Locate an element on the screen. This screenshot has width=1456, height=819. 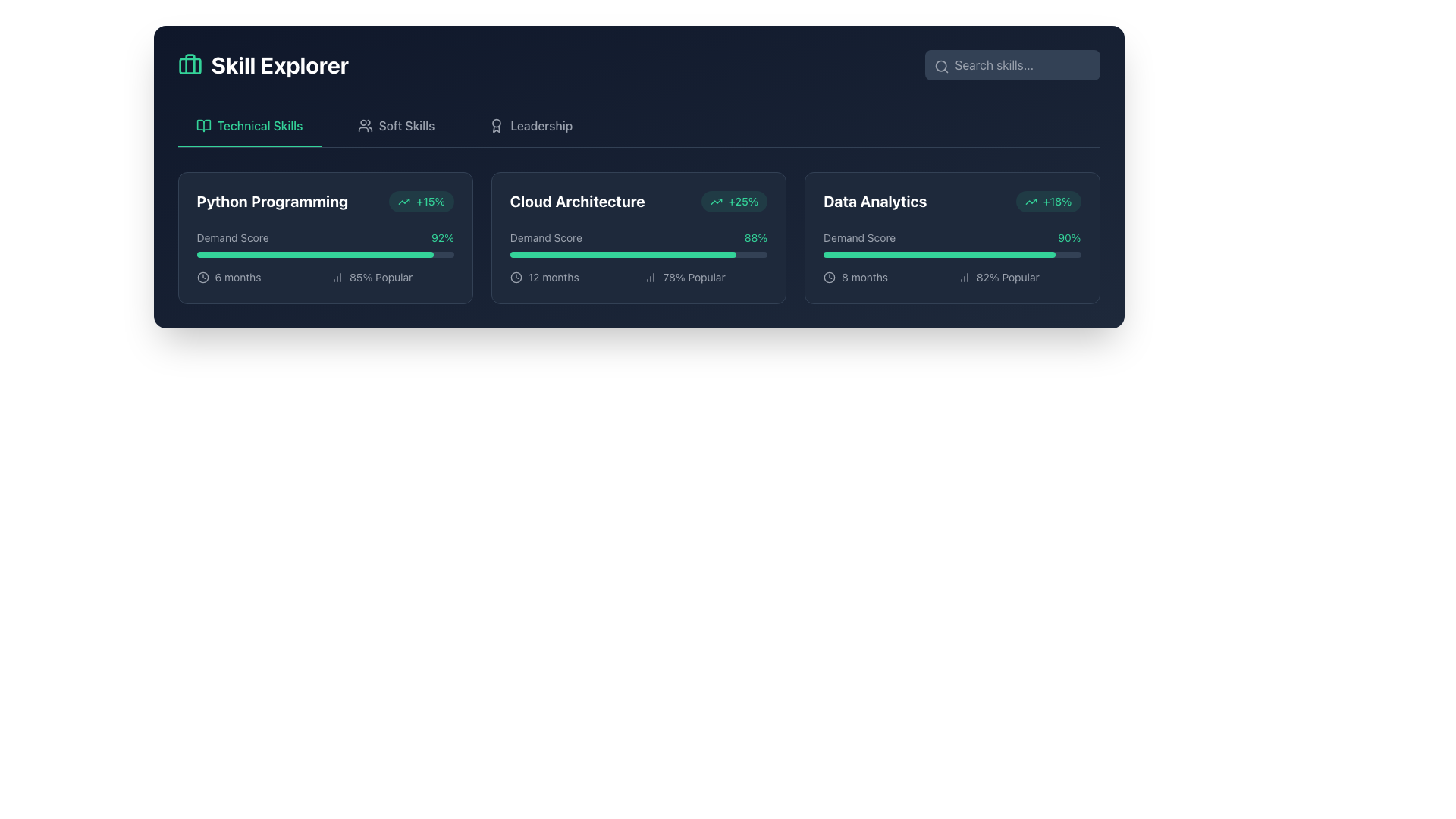
the tab in the Navigation menu is located at coordinates (639, 124).